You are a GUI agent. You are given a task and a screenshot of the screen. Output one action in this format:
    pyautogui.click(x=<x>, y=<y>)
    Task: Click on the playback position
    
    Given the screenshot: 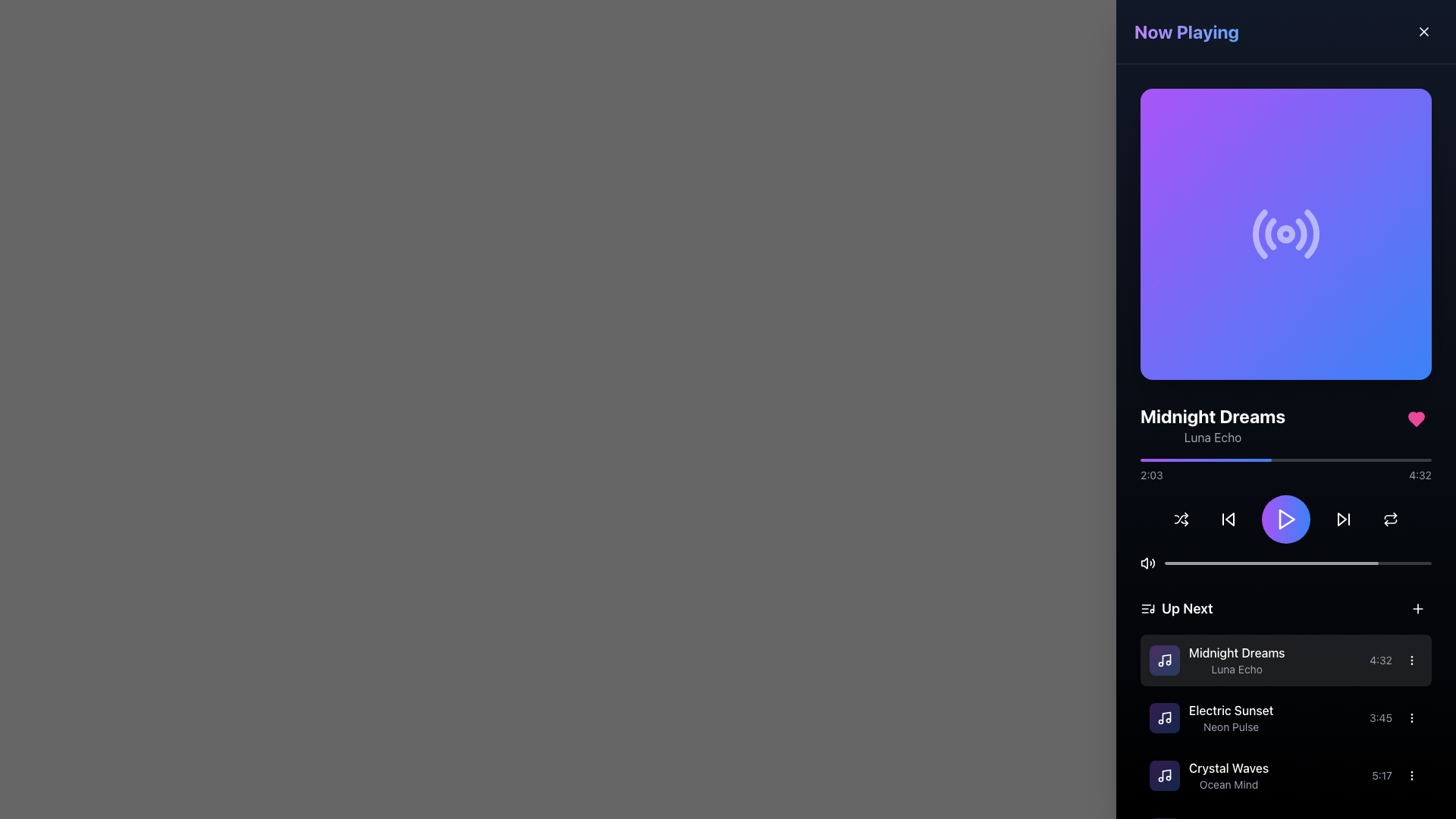 What is the action you would take?
    pyautogui.click(x=1218, y=563)
    